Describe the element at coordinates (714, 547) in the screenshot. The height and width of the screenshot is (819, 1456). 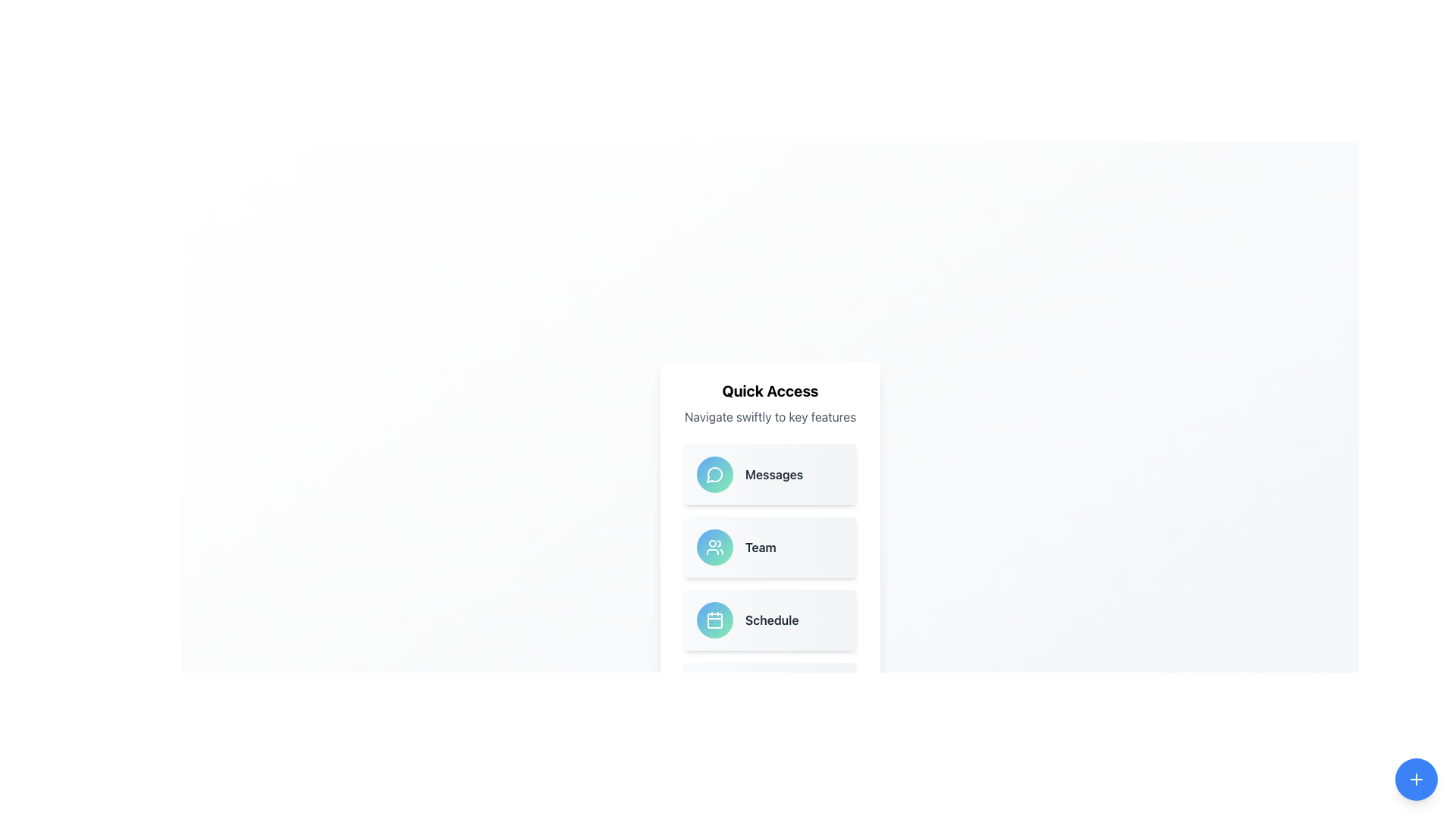
I see `the circular icon with a gradient blue to green background that contains a white outline of two user figures, which is the second icon in the vertical list within the 'Quick Access' panel` at that location.